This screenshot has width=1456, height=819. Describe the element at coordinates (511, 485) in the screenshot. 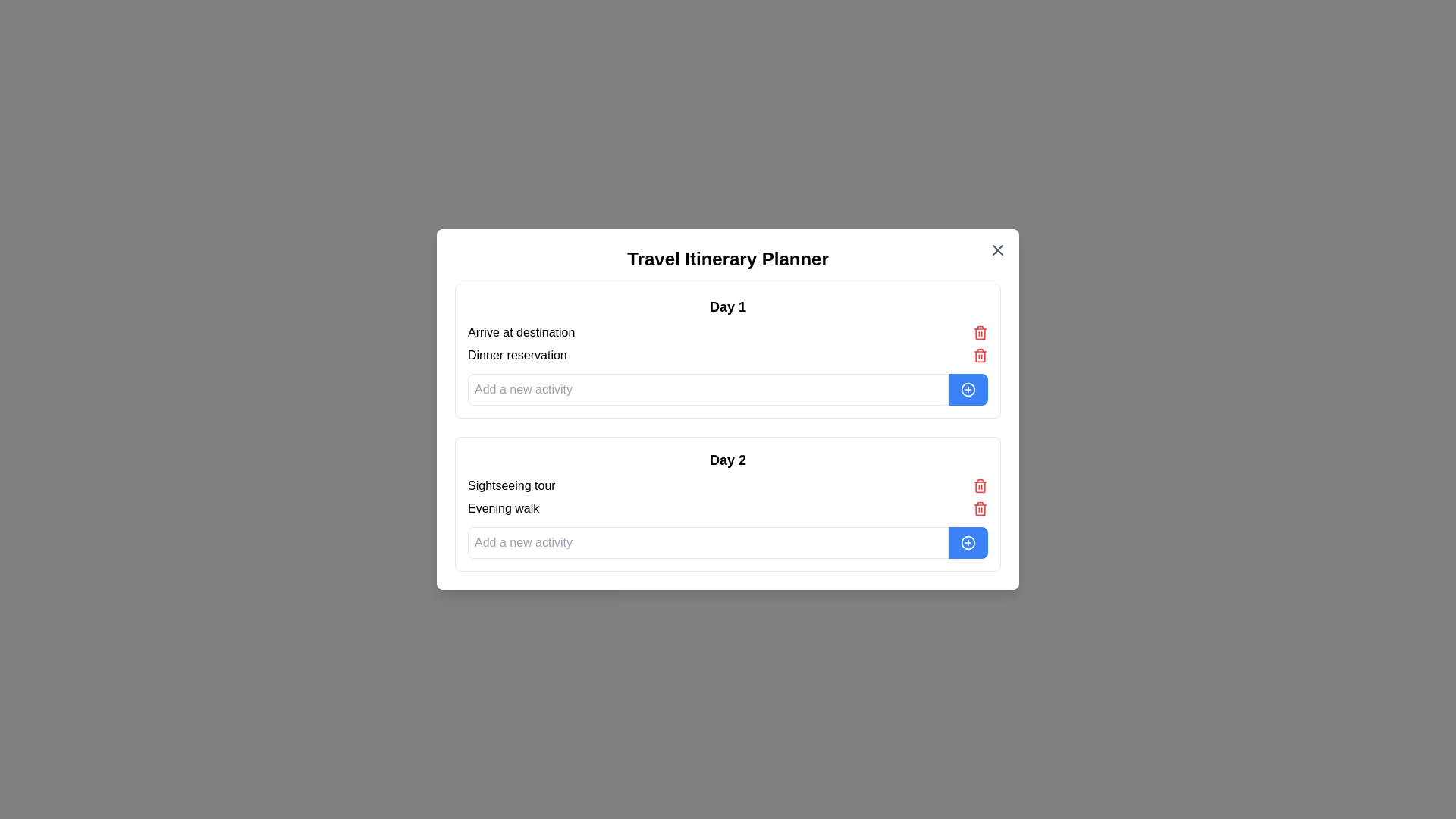

I see `text displayed as the name or label of a planned activity under the heading 'Day 2' in the second segment of the itinerary` at that location.